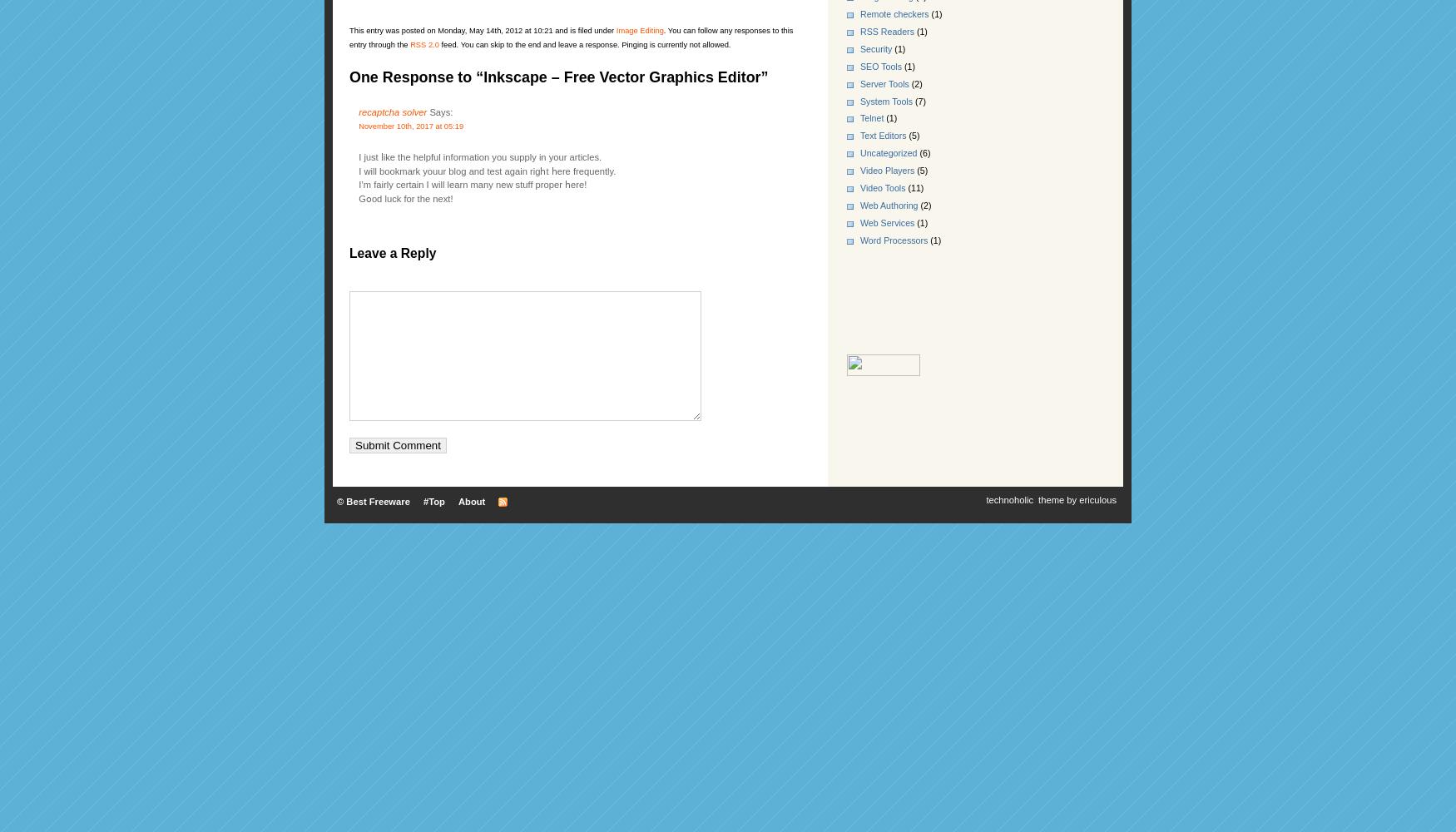 The width and height of the screenshot is (1456, 832). What do you see at coordinates (1097, 499) in the screenshot?
I see `'ericulous'` at bounding box center [1097, 499].